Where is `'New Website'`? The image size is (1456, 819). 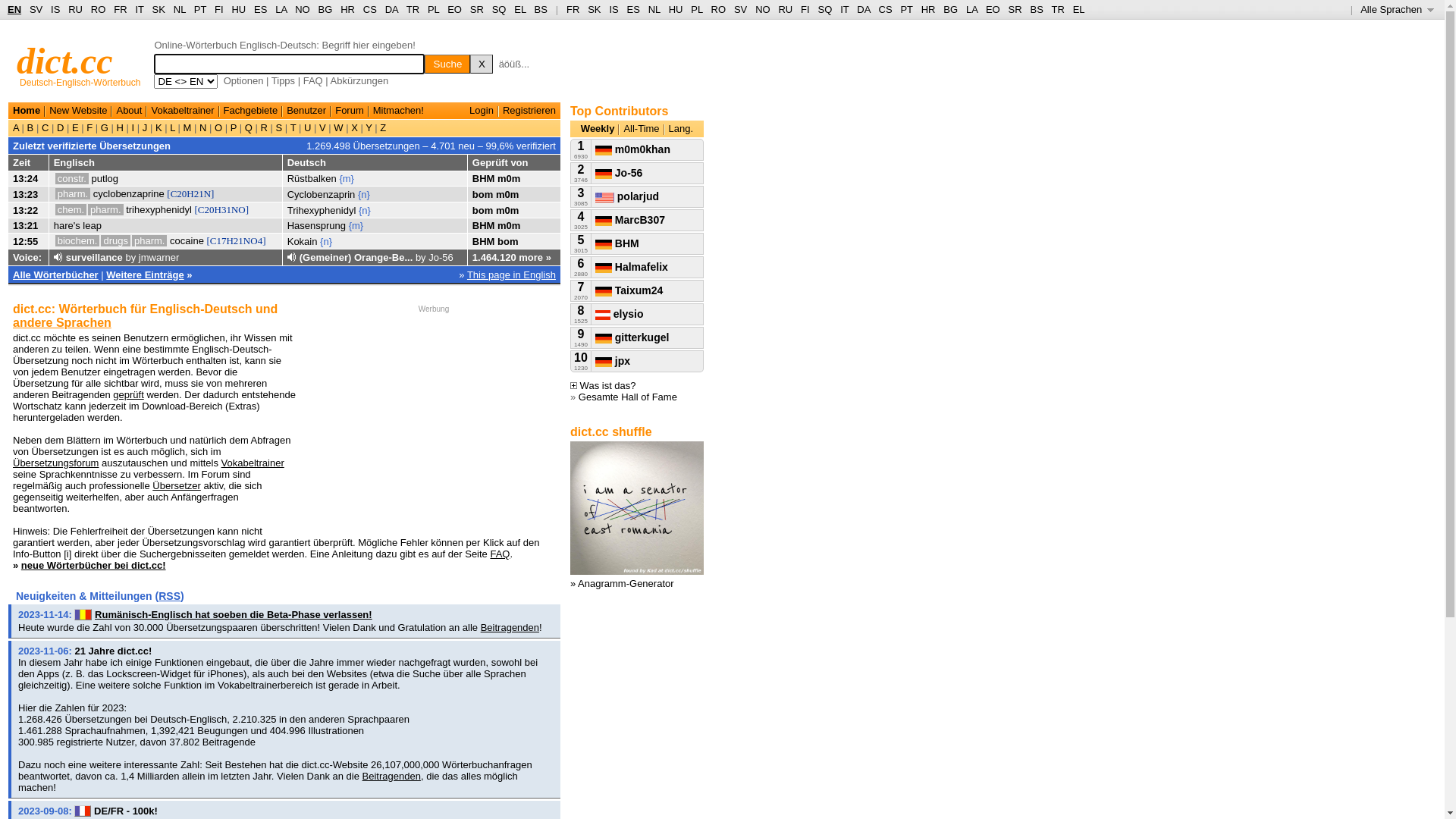
'New Website' is located at coordinates (77, 109).